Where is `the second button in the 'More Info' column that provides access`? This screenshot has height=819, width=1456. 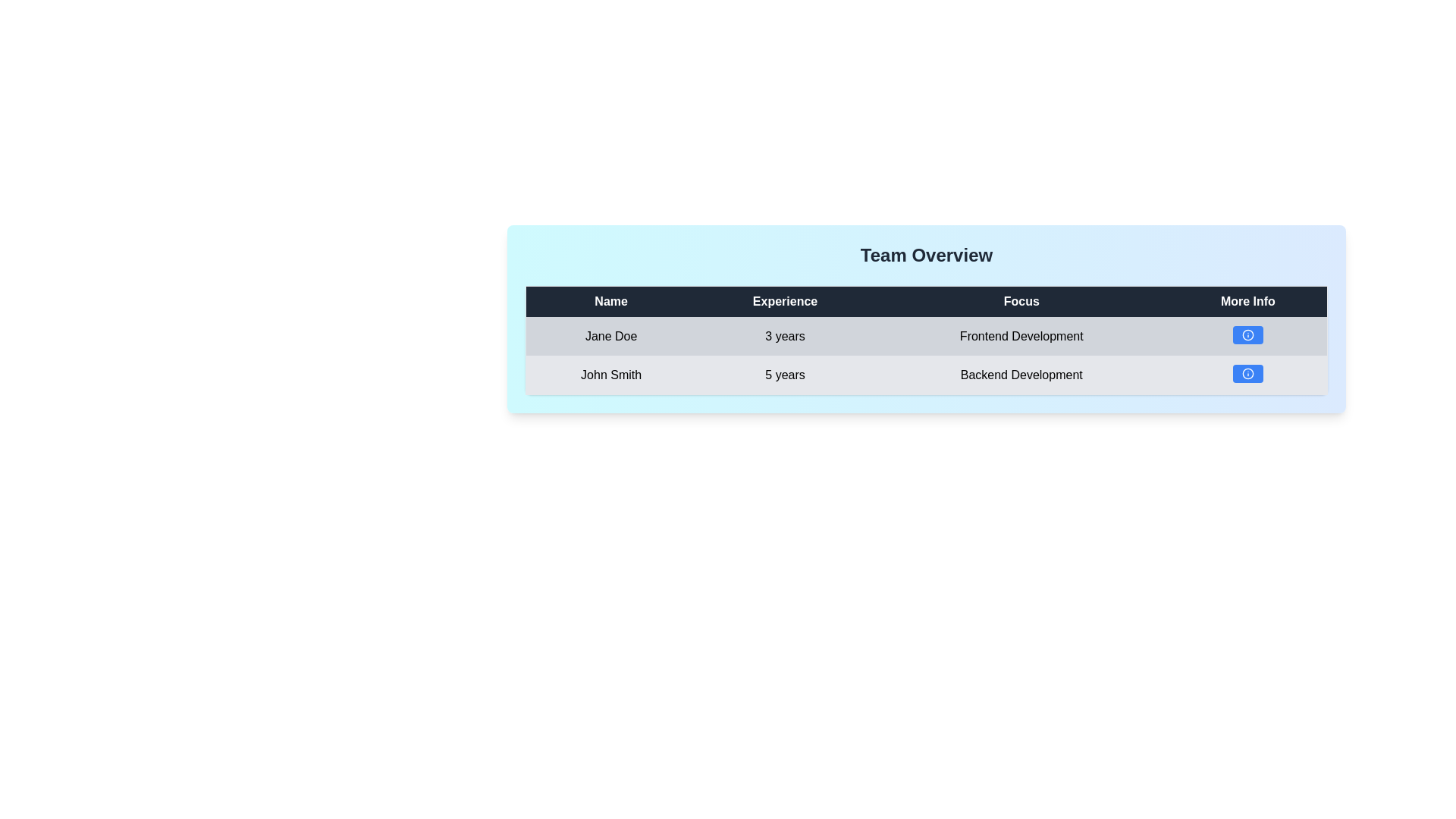 the second button in the 'More Info' column that provides access is located at coordinates (1247, 374).